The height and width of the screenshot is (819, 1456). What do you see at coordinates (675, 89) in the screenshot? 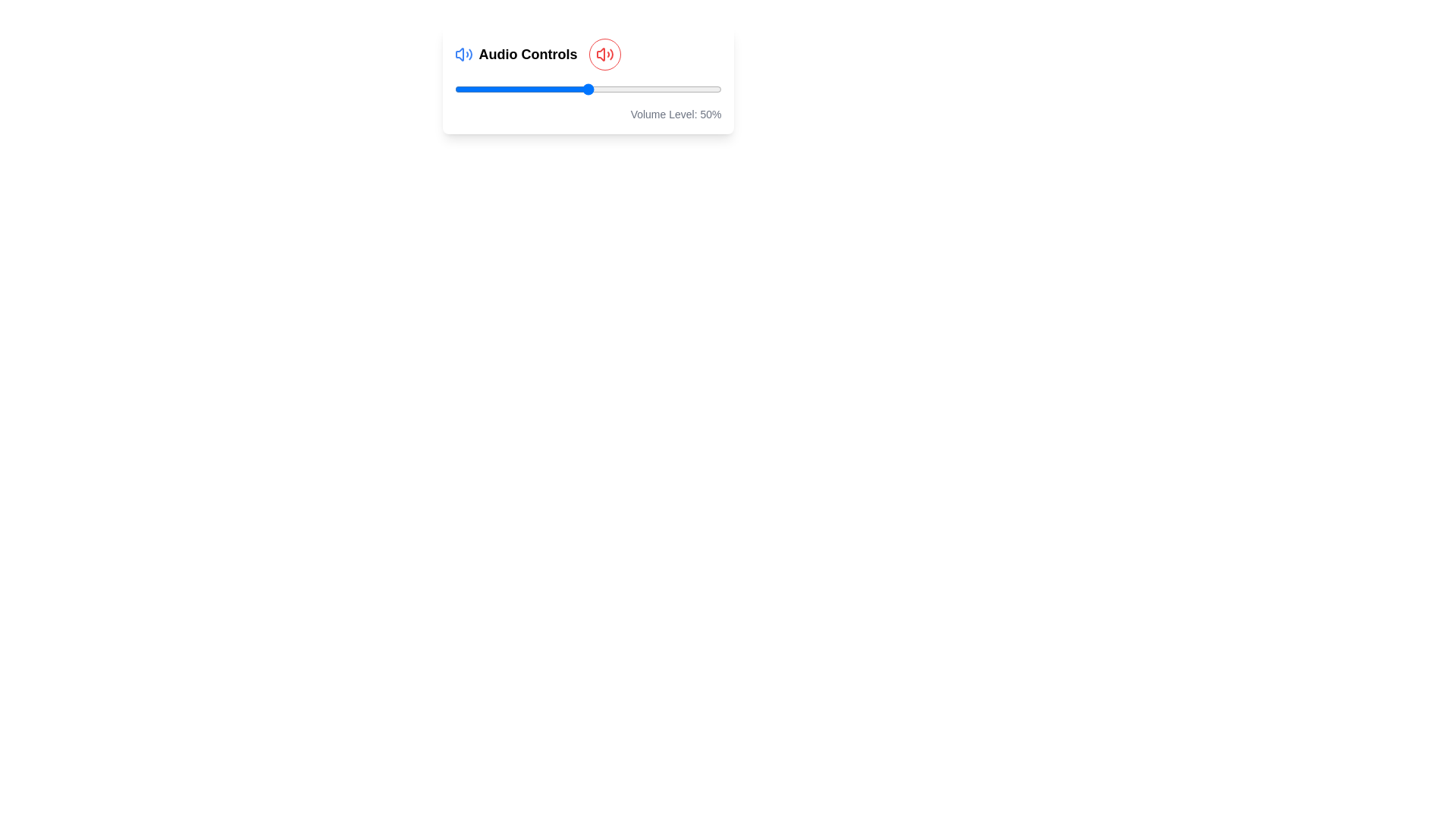
I see `the volume slider to 83% by dragging the slider to the corresponding position` at bounding box center [675, 89].